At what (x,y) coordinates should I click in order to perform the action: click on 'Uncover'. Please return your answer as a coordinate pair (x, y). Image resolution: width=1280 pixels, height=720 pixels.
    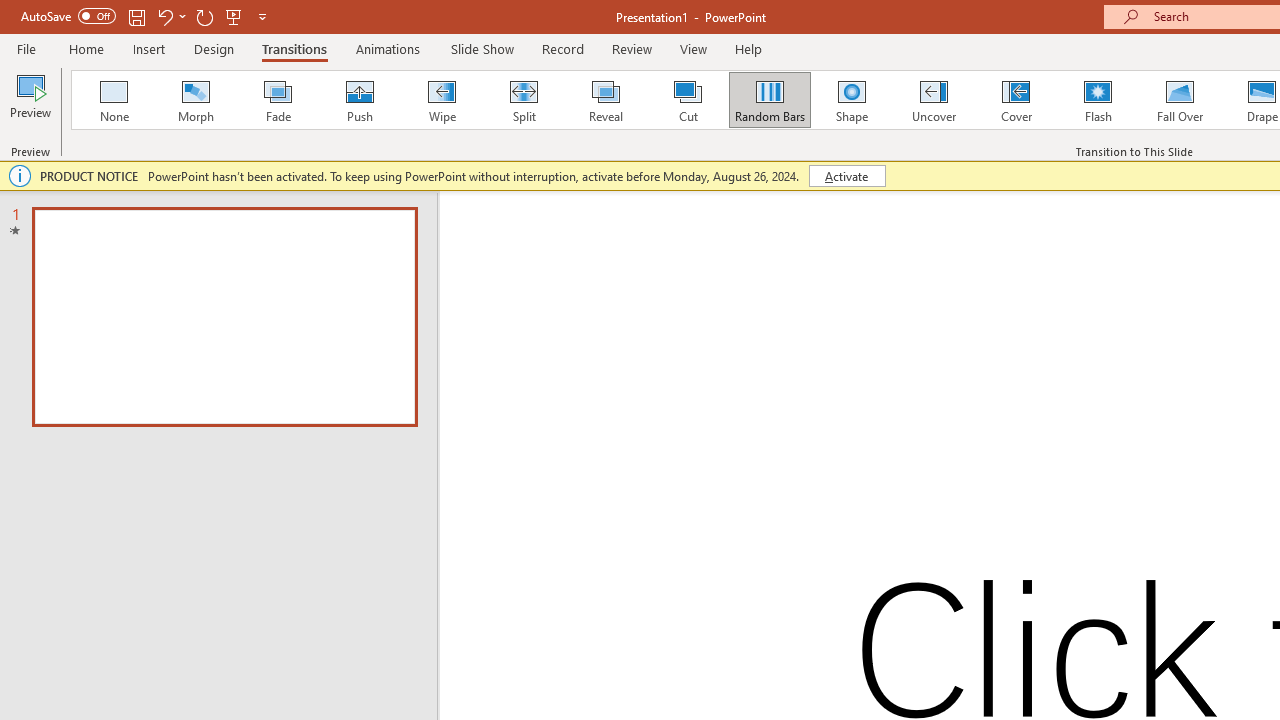
    Looking at the image, I should click on (933, 100).